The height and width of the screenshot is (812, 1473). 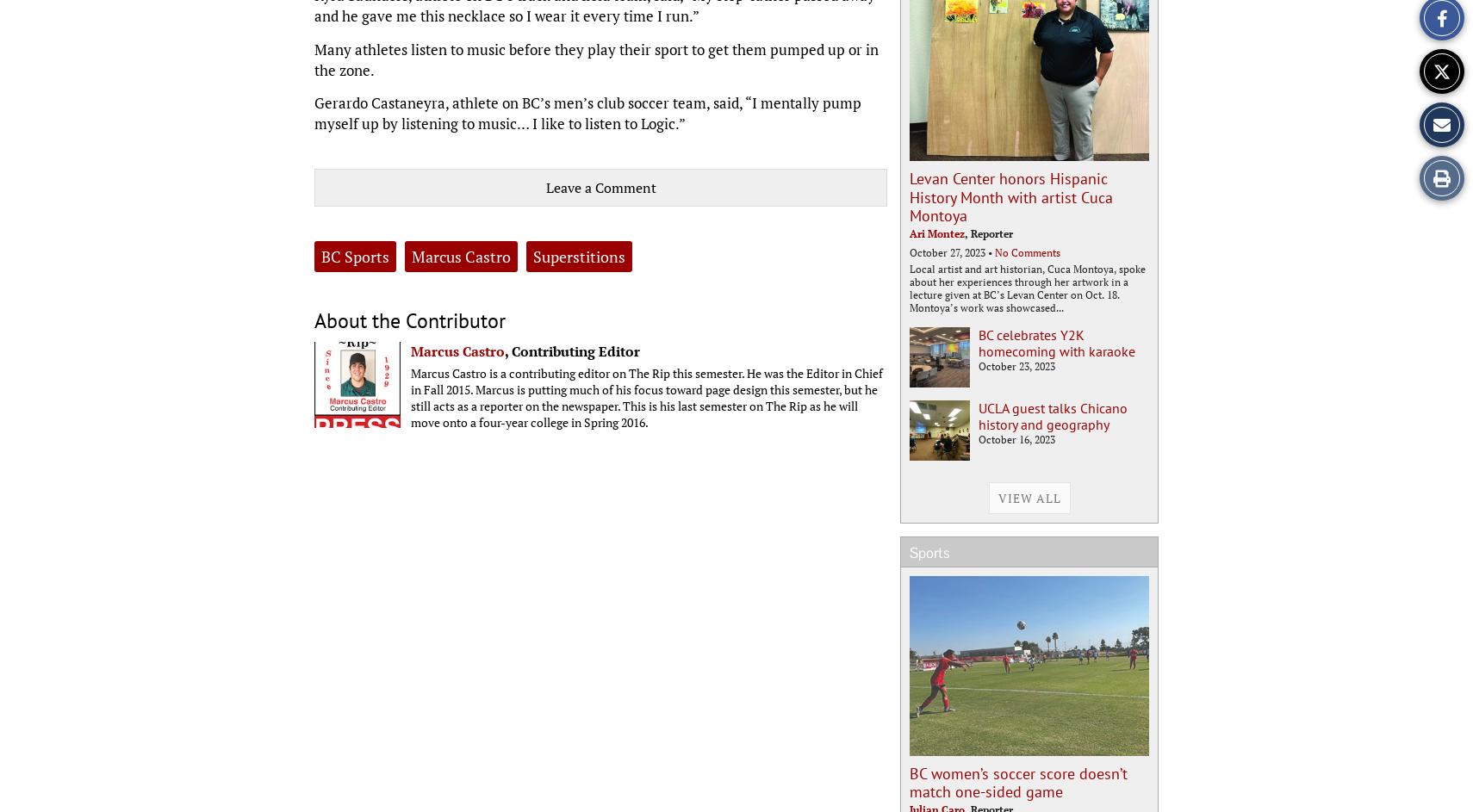 I want to click on 'Local artist and art historian, Cuca Montoya, spoke about her experiences through her artwork in a lecture given at BC’s Levan Center on Oct. 18. Montoya’s work was showcased...', so click(x=1027, y=288).